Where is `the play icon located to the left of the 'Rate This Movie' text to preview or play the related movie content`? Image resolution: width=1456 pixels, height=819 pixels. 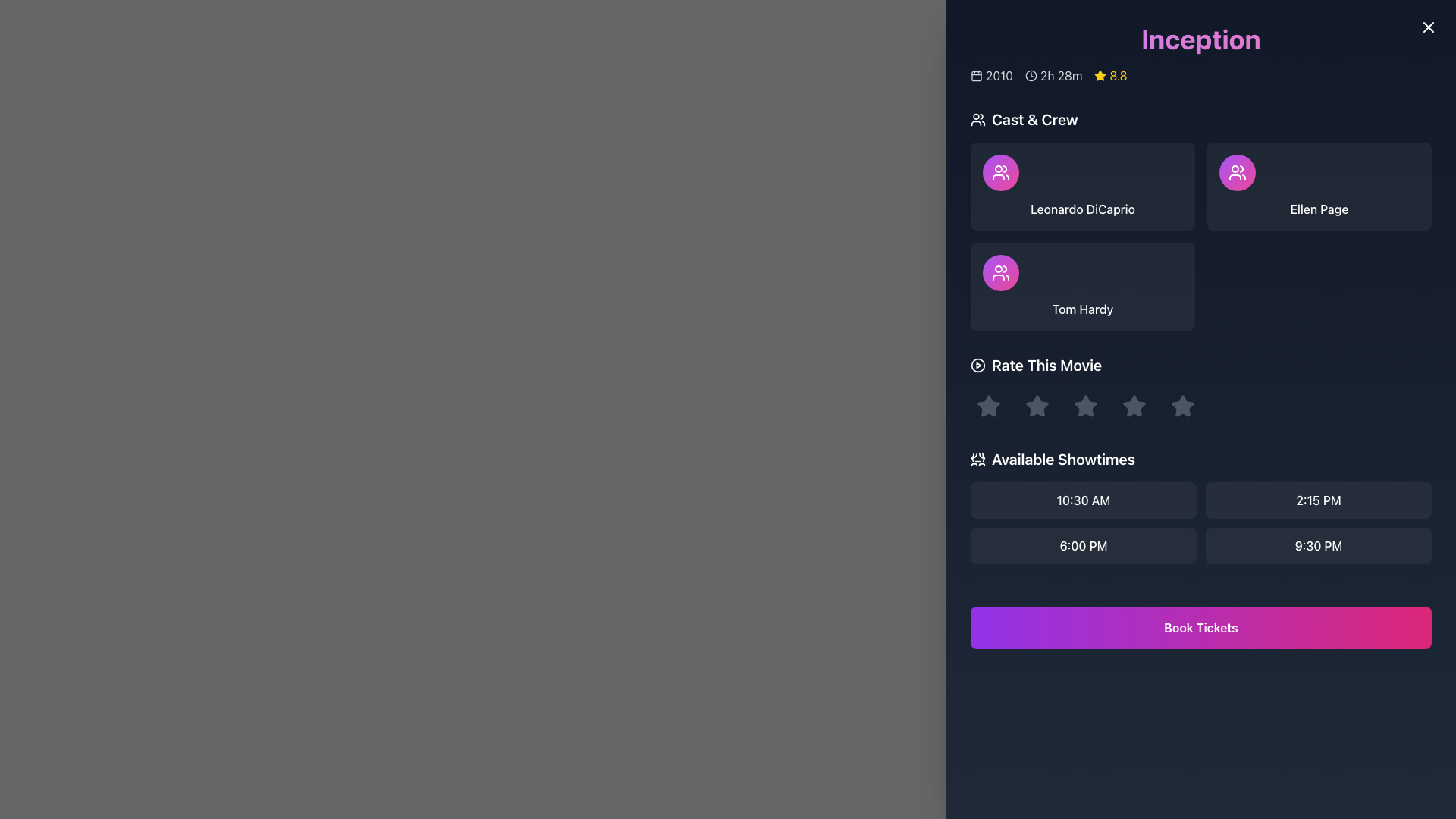
the play icon located to the left of the 'Rate This Movie' text to preview or play the related movie content is located at coordinates (978, 366).